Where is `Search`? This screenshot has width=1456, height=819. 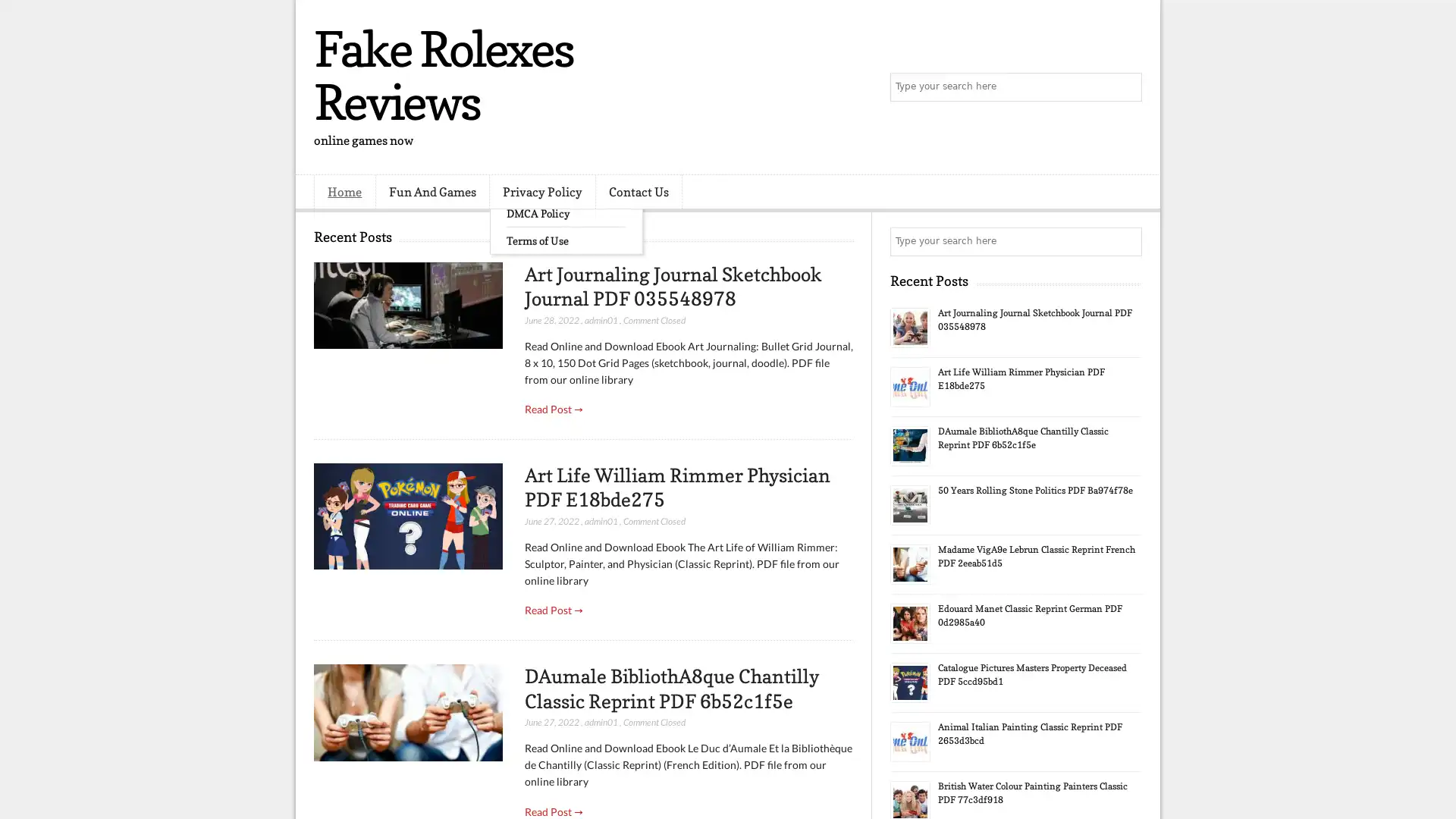 Search is located at coordinates (1126, 241).